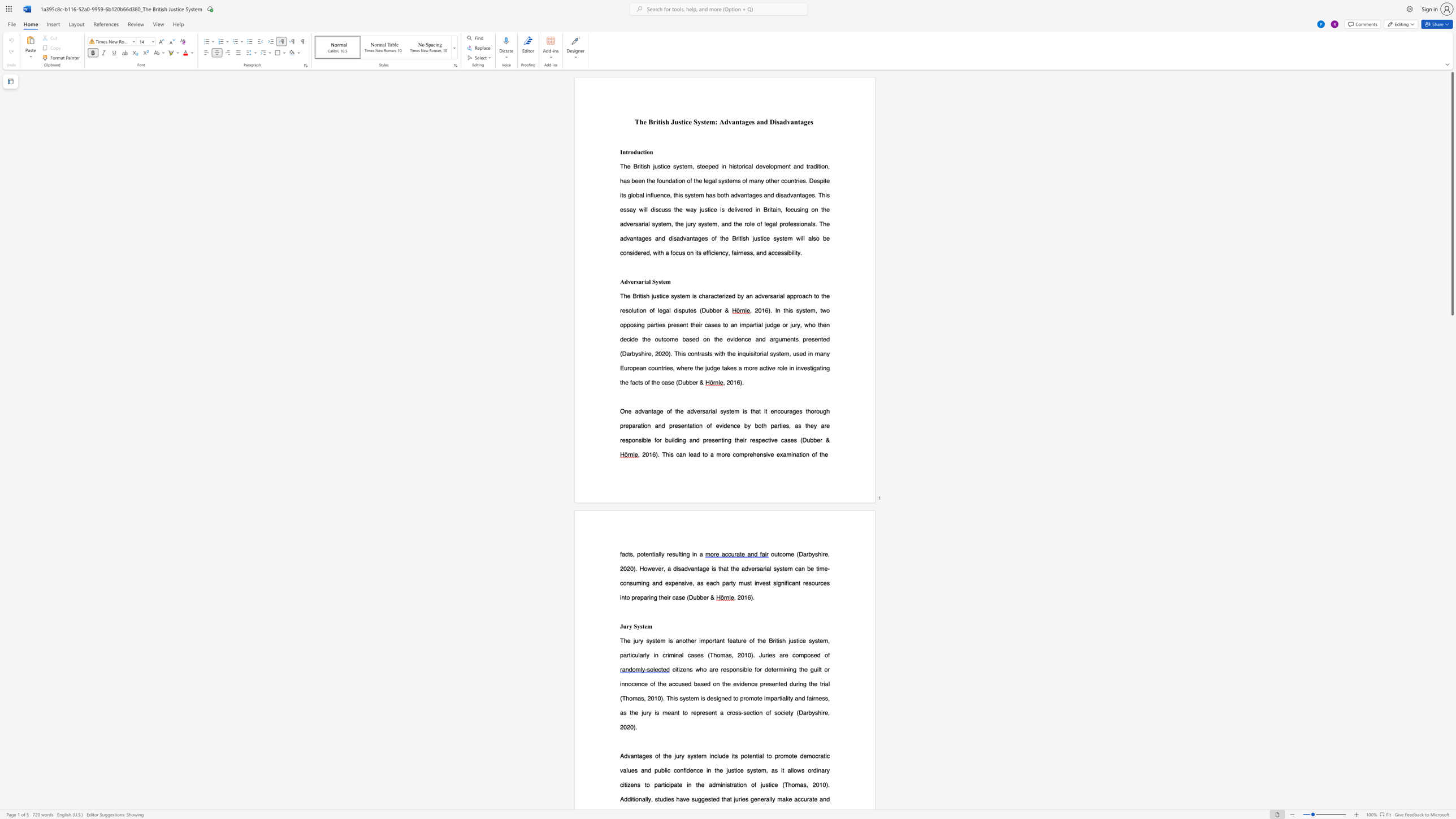  What do you see at coordinates (674, 785) in the screenshot?
I see `the subset text "ate" within the text "participate"` at bounding box center [674, 785].